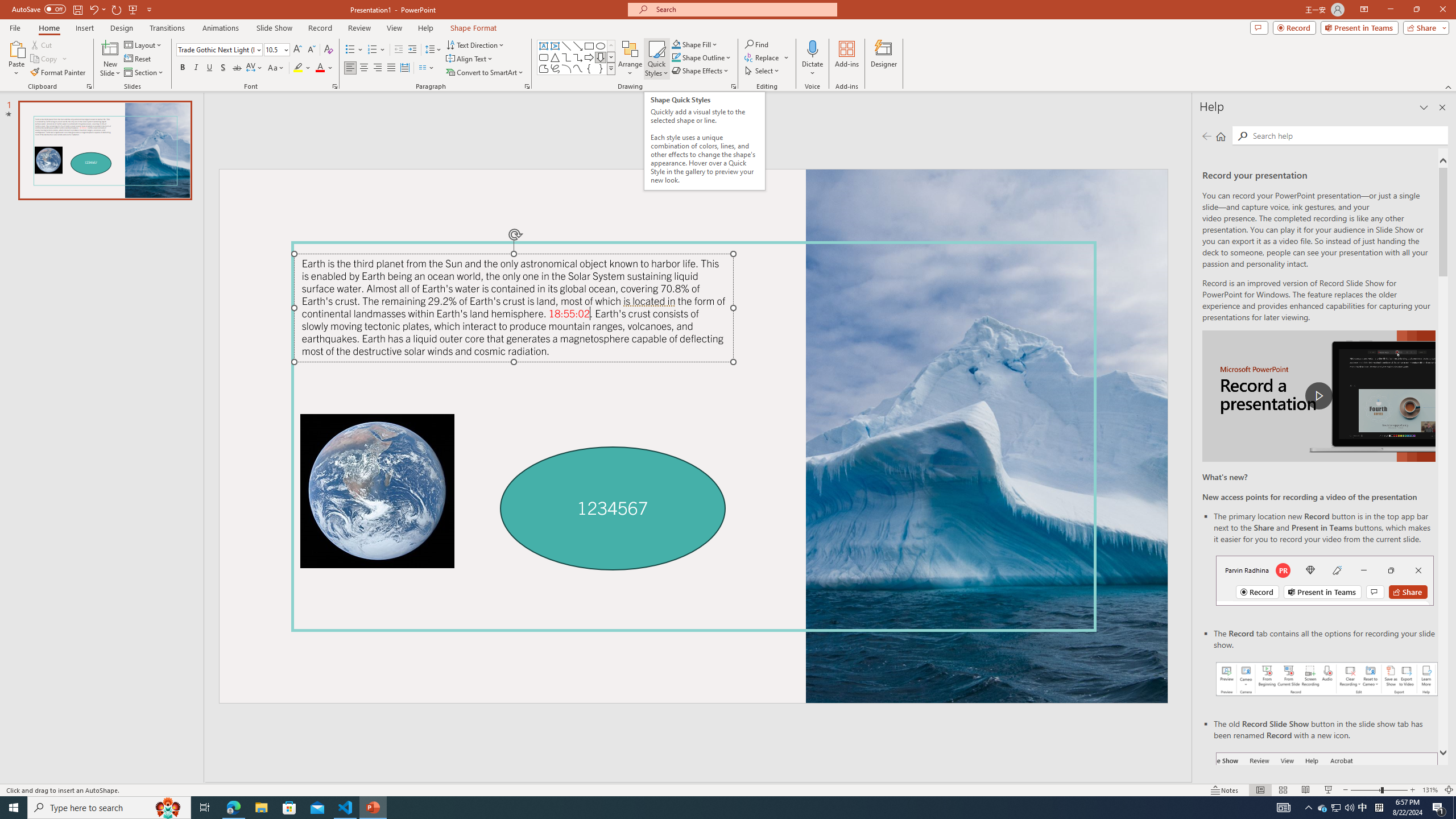  Describe the element at coordinates (399, 49) in the screenshot. I see `'Decrease Indent'` at that location.